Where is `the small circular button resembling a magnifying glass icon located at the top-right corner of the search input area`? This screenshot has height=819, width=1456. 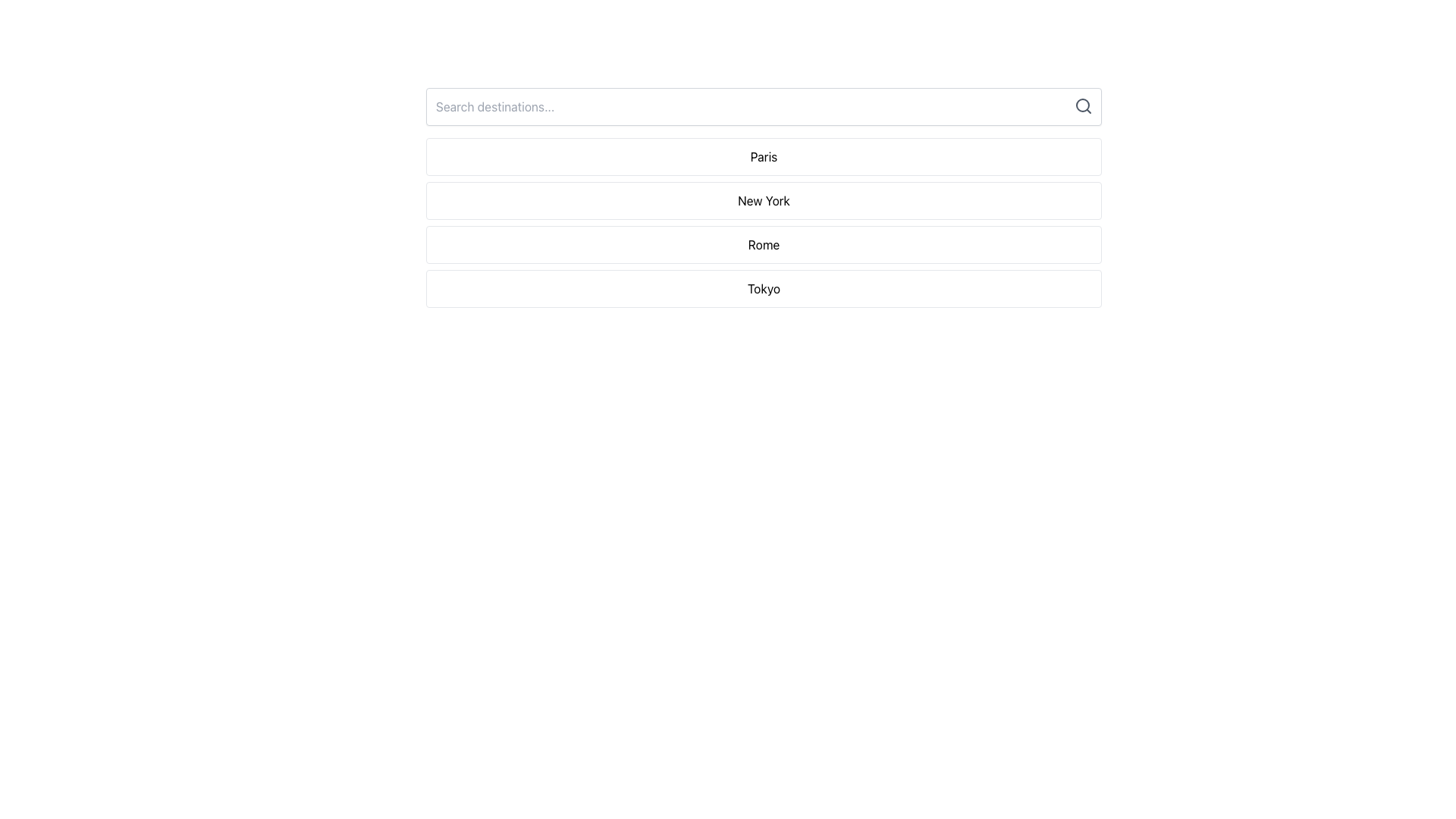
the small circular button resembling a magnifying glass icon located at the top-right corner of the search input area is located at coordinates (1083, 105).